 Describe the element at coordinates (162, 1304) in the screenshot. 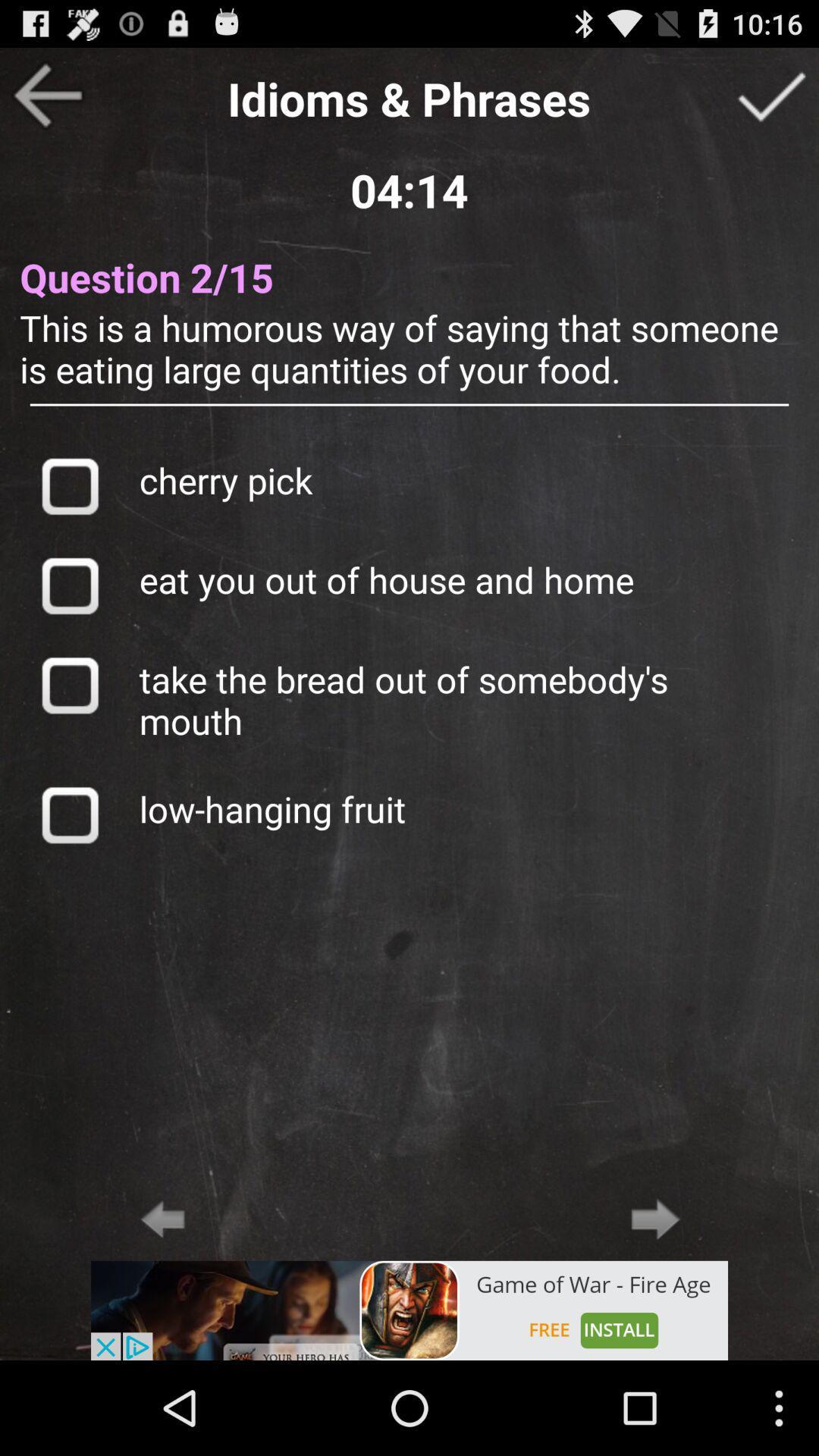

I see `the arrow_backward icon` at that location.